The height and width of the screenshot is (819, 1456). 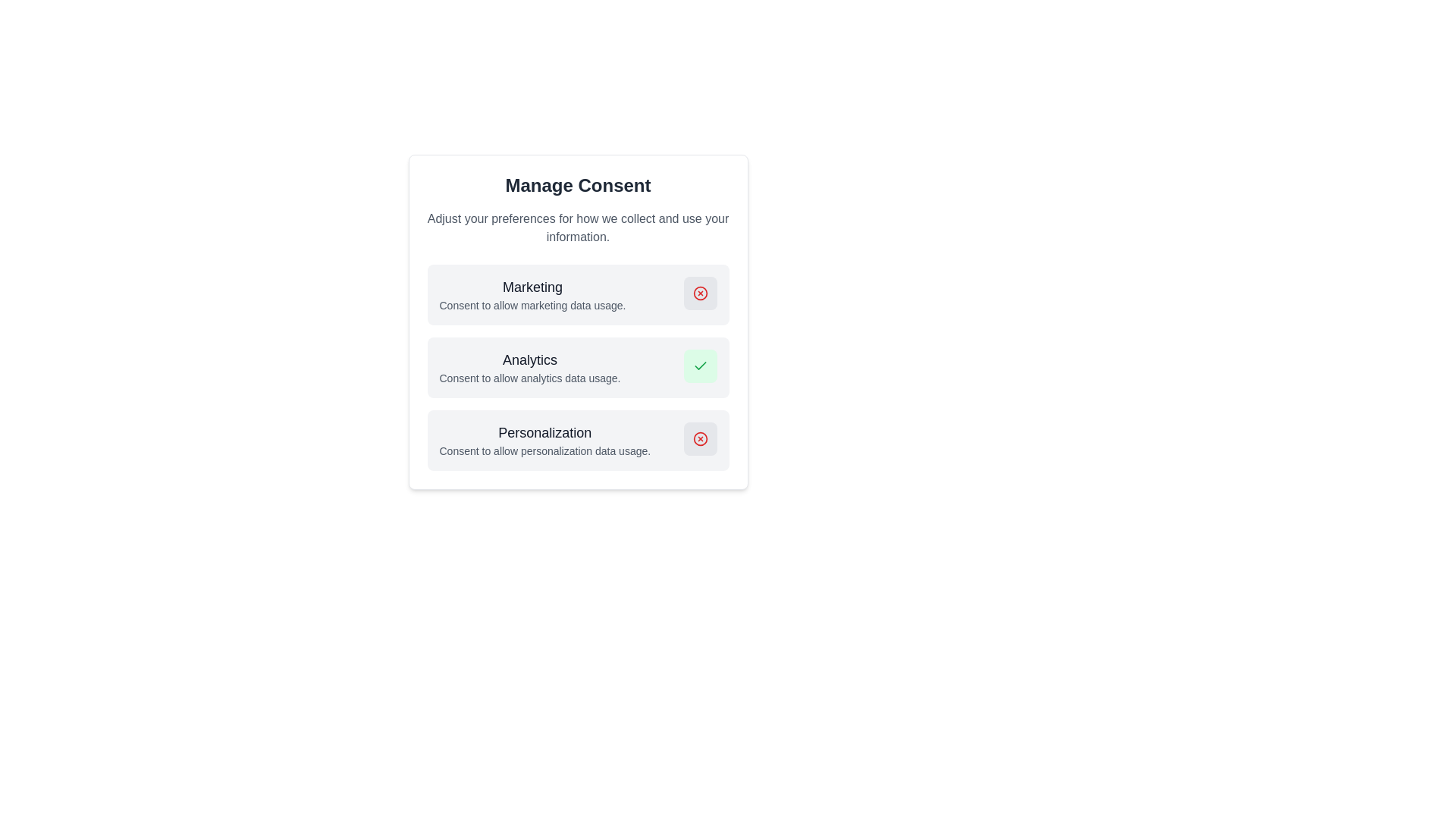 What do you see at coordinates (577, 368) in the screenshot?
I see `the Consent option panel for analytics data usage preferences, which is indicated by a green button in the 'Manage Consent' settings panel` at bounding box center [577, 368].